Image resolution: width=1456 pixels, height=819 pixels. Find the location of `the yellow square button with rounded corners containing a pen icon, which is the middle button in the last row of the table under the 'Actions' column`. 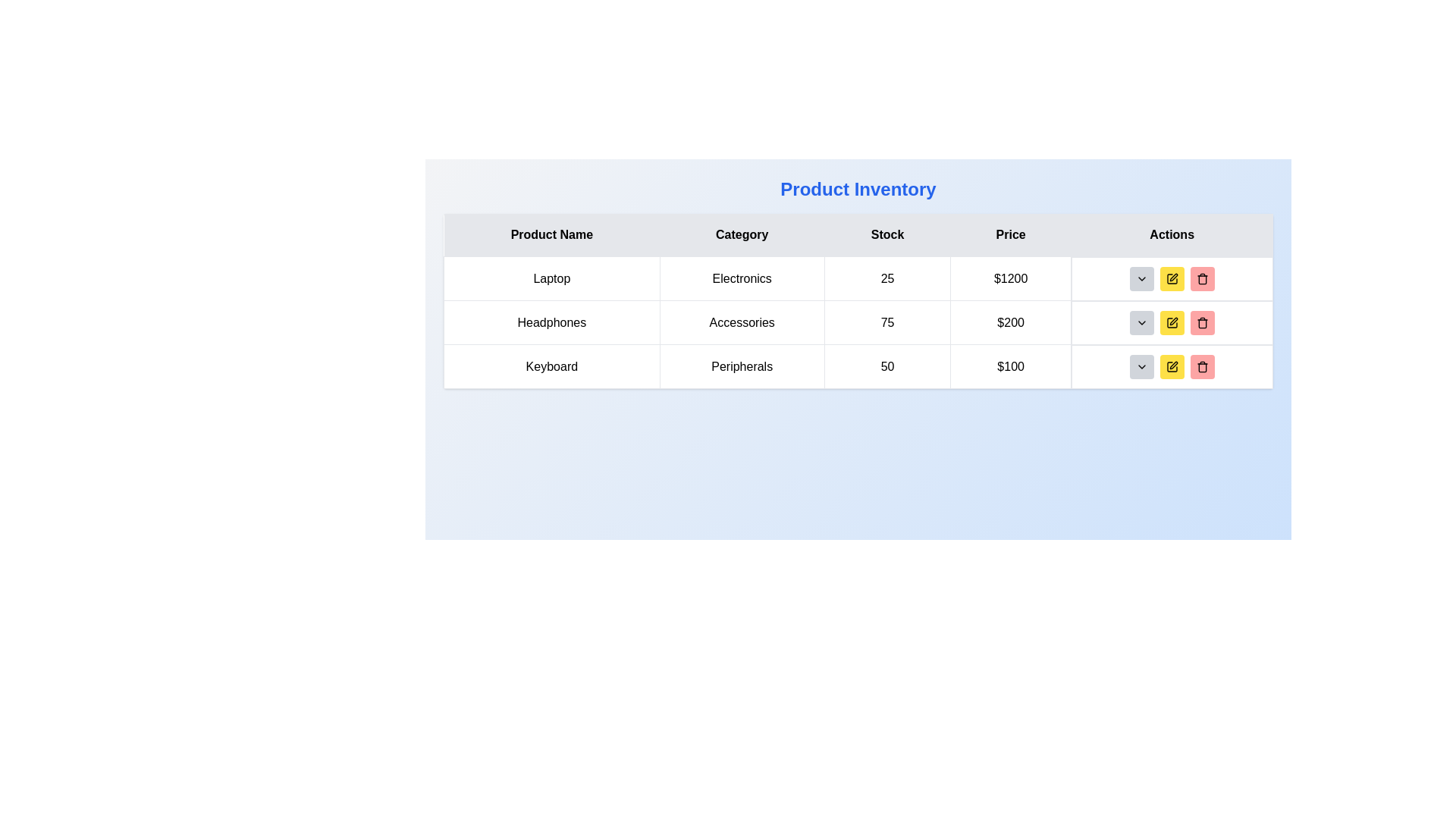

the yellow square button with rounded corners containing a pen icon, which is the middle button in the last row of the table under the 'Actions' column is located at coordinates (1171, 366).